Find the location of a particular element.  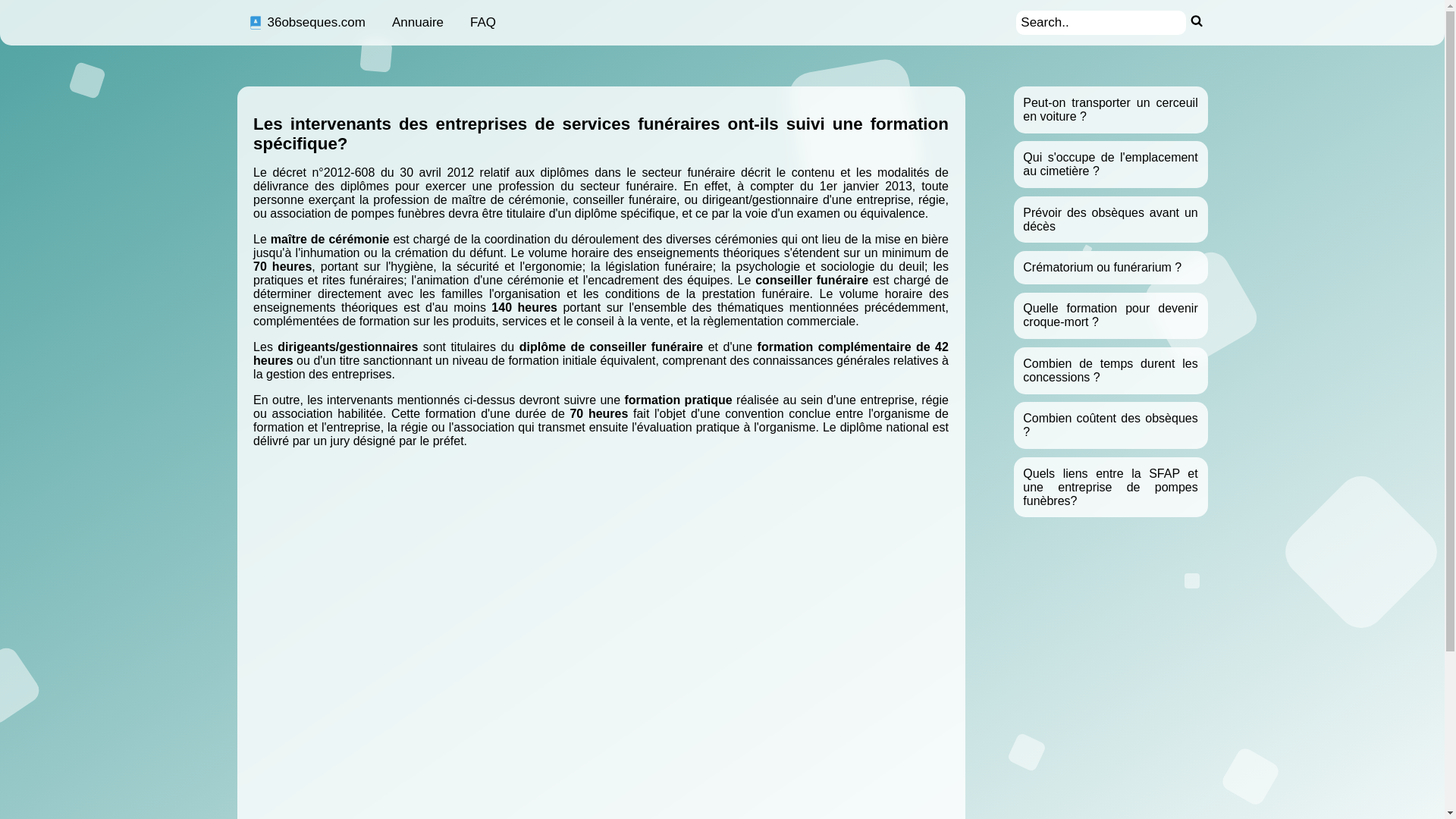

'Annuaire' is located at coordinates (418, 23).